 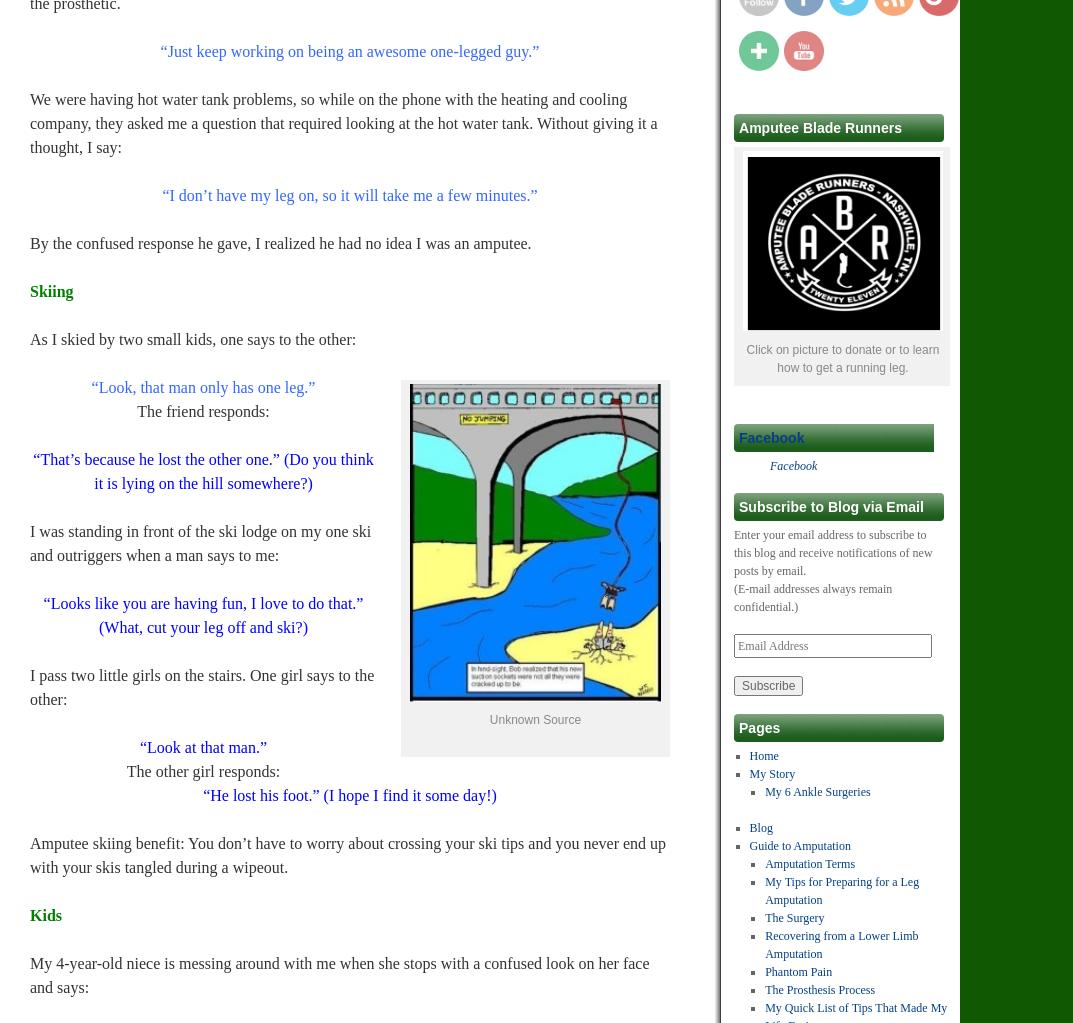 I want to click on 'Amputation Terms', so click(x=810, y=863).